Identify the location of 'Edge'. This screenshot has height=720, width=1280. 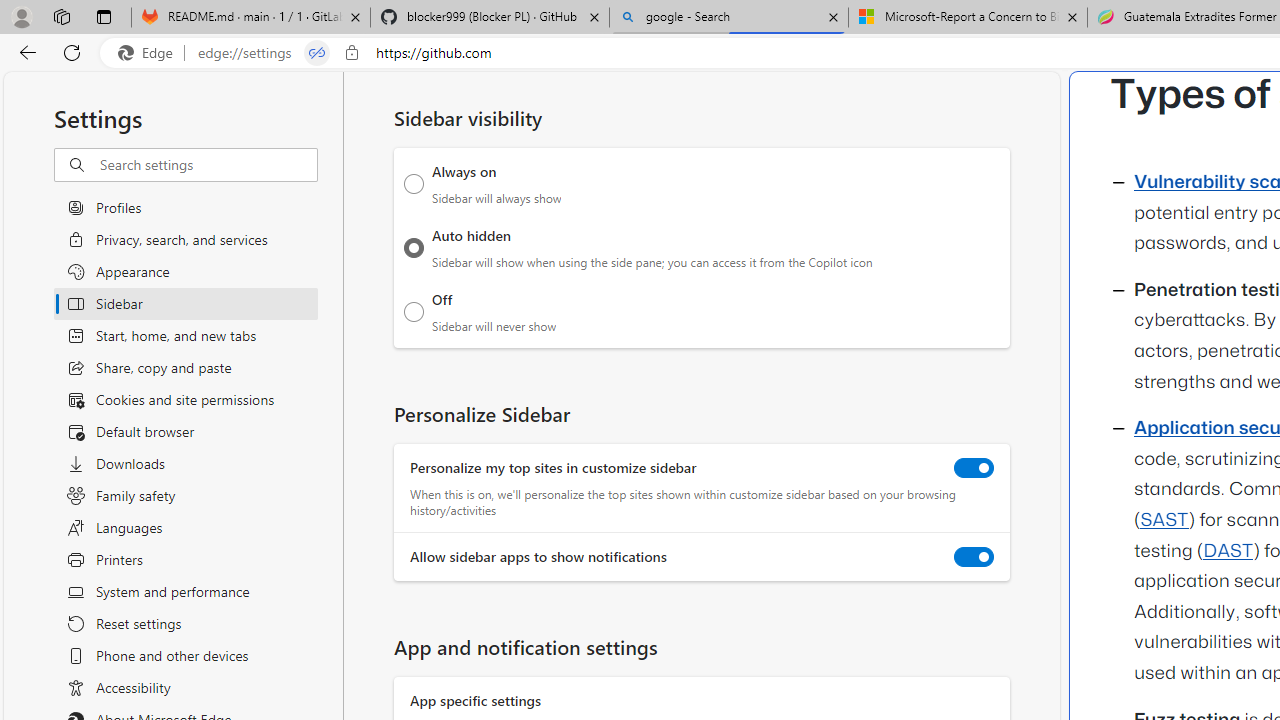
(149, 52).